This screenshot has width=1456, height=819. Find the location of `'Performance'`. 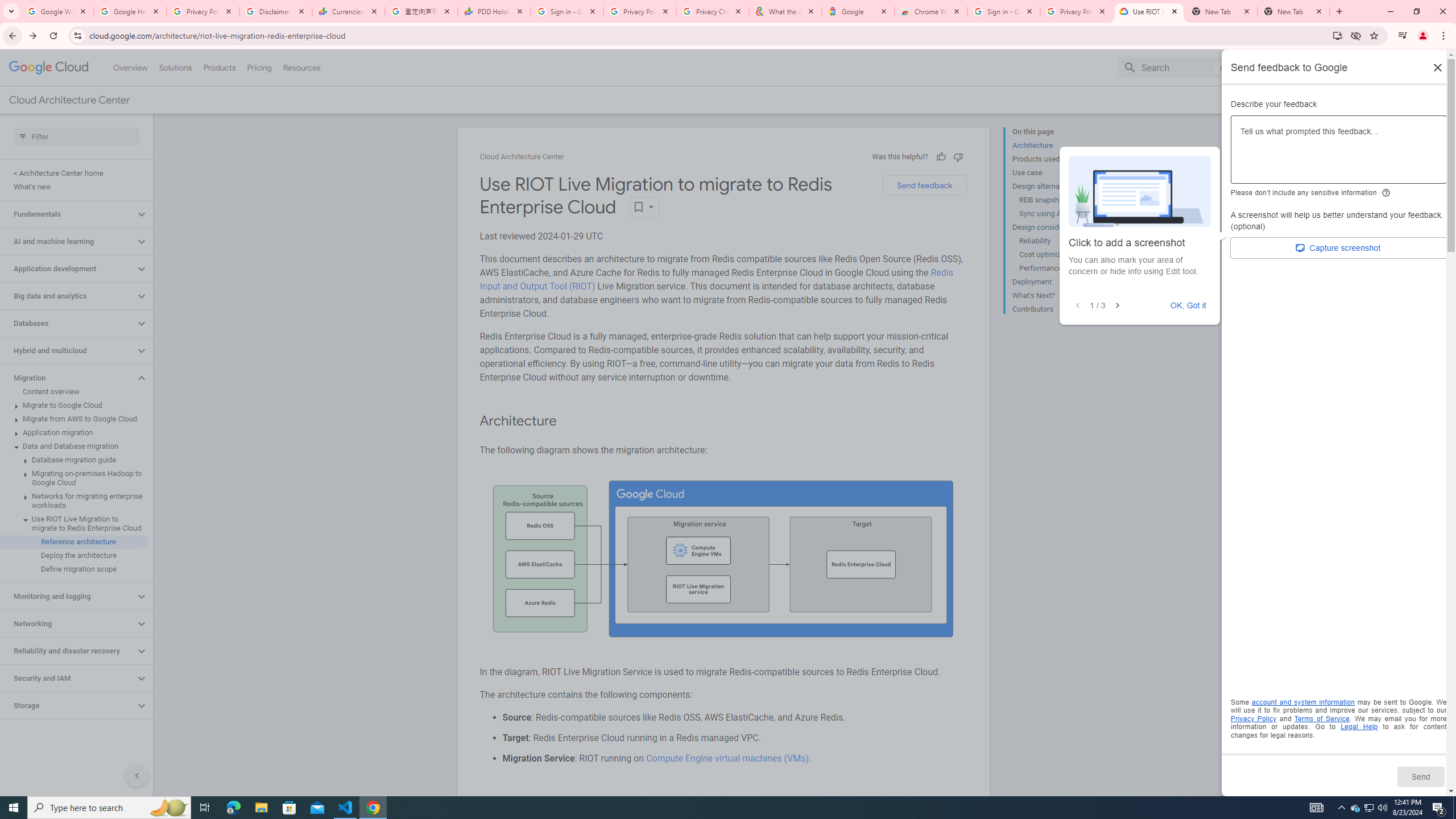

'Performance' is located at coordinates (1062, 268).